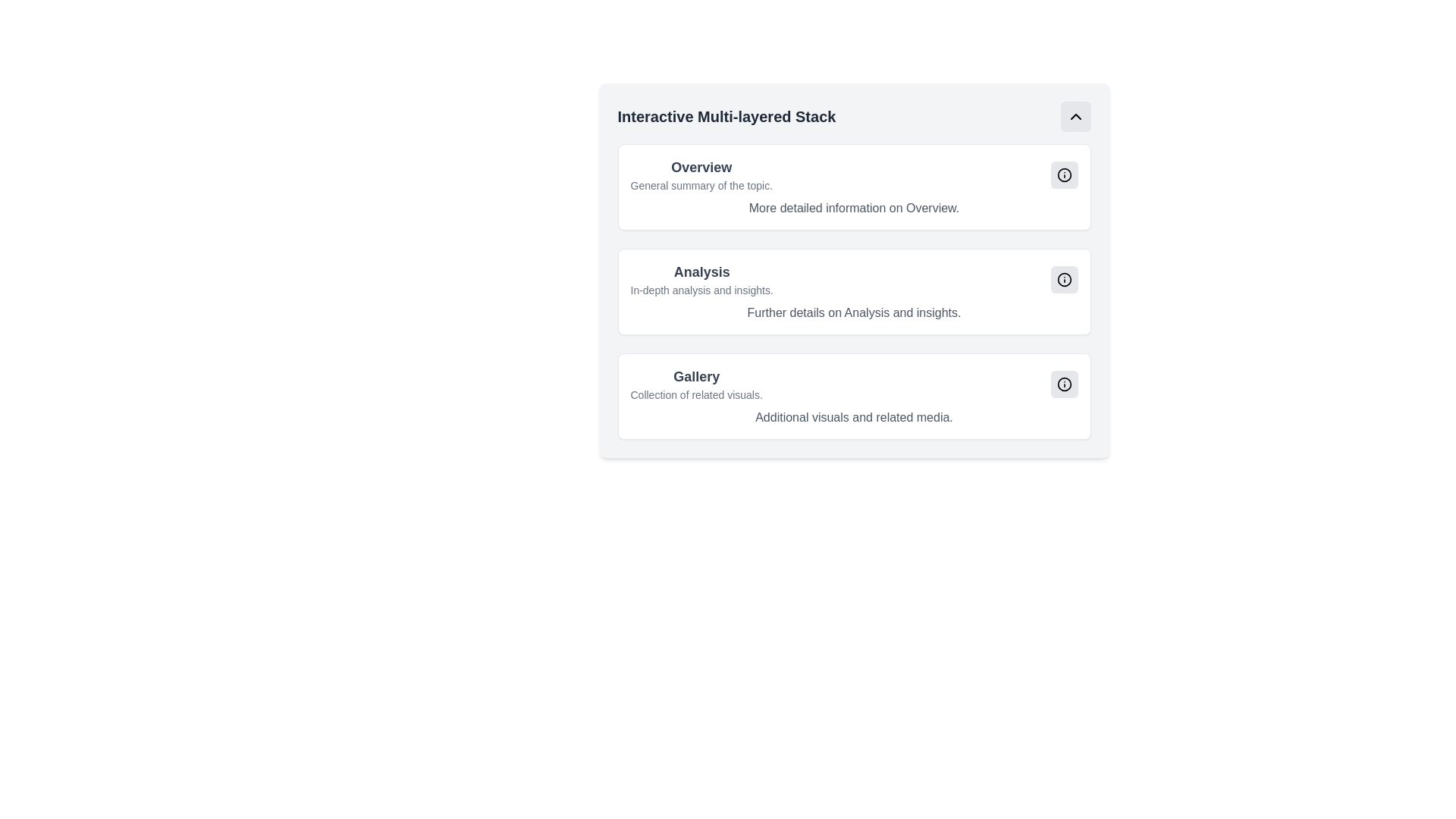 This screenshot has width=1456, height=819. I want to click on the circular graphical component that represents an information symbol within the 'Gallery' section of the interface, so click(1063, 383).